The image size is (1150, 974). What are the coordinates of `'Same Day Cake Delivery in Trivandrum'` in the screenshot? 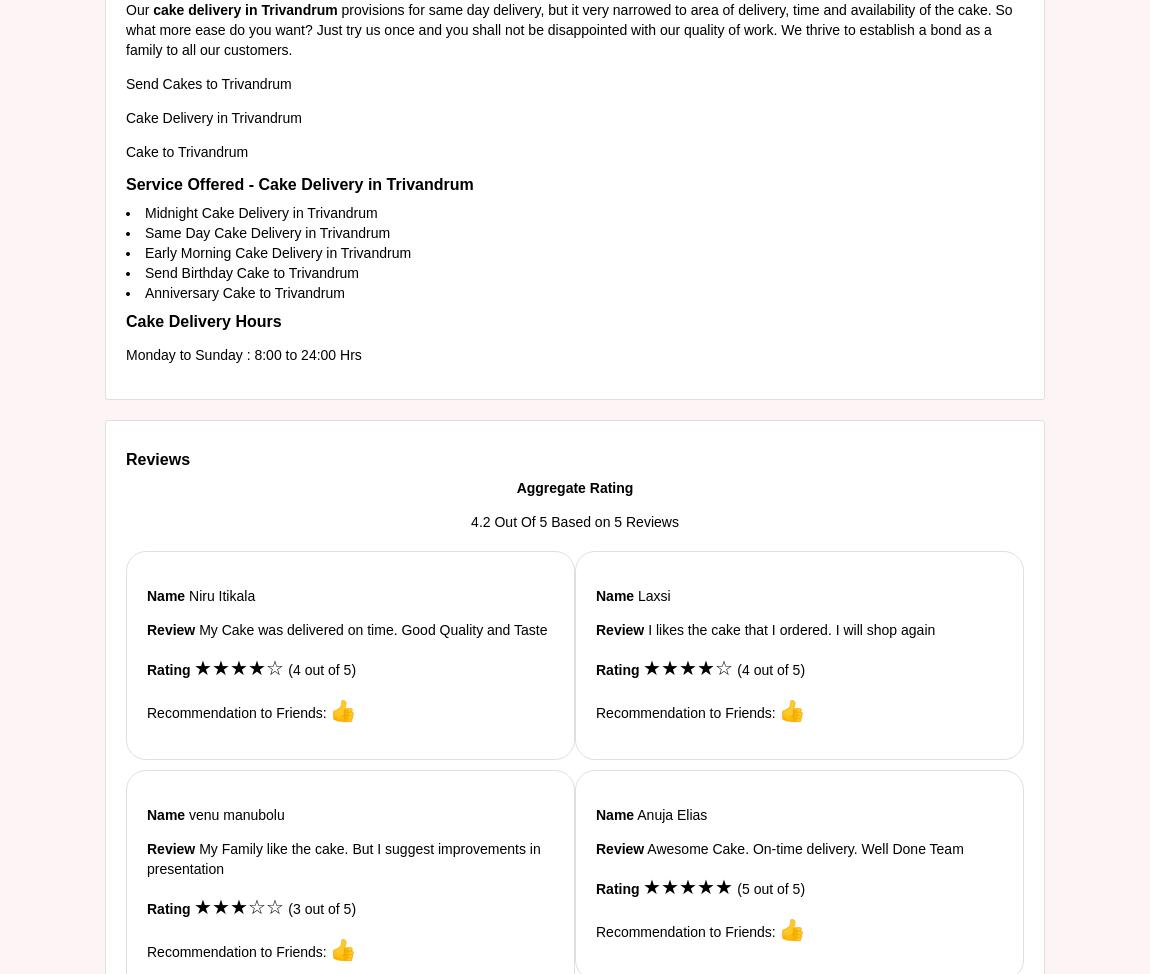 It's located at (266, 232).